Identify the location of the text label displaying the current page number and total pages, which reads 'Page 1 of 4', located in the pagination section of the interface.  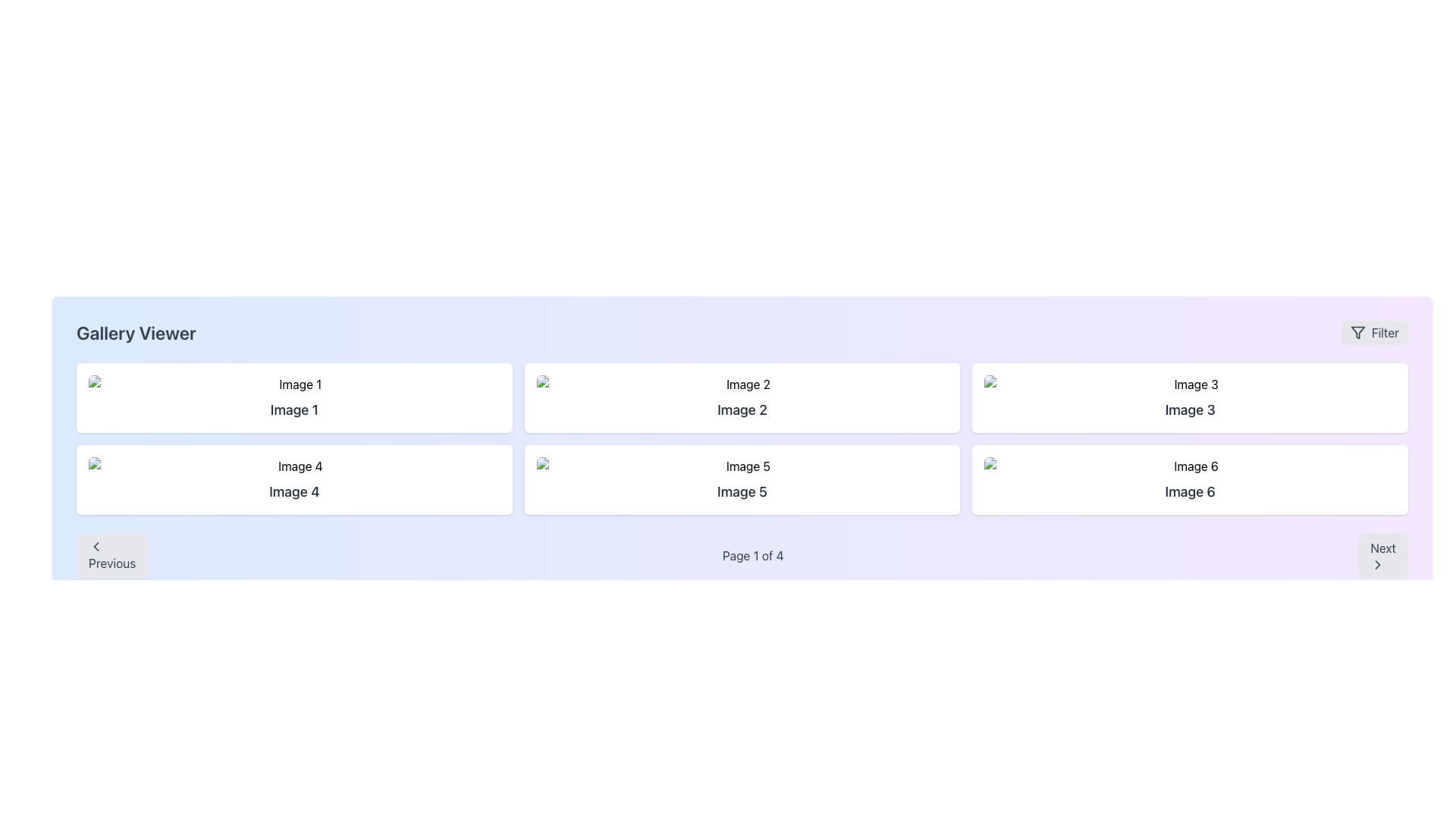
(753, 555).